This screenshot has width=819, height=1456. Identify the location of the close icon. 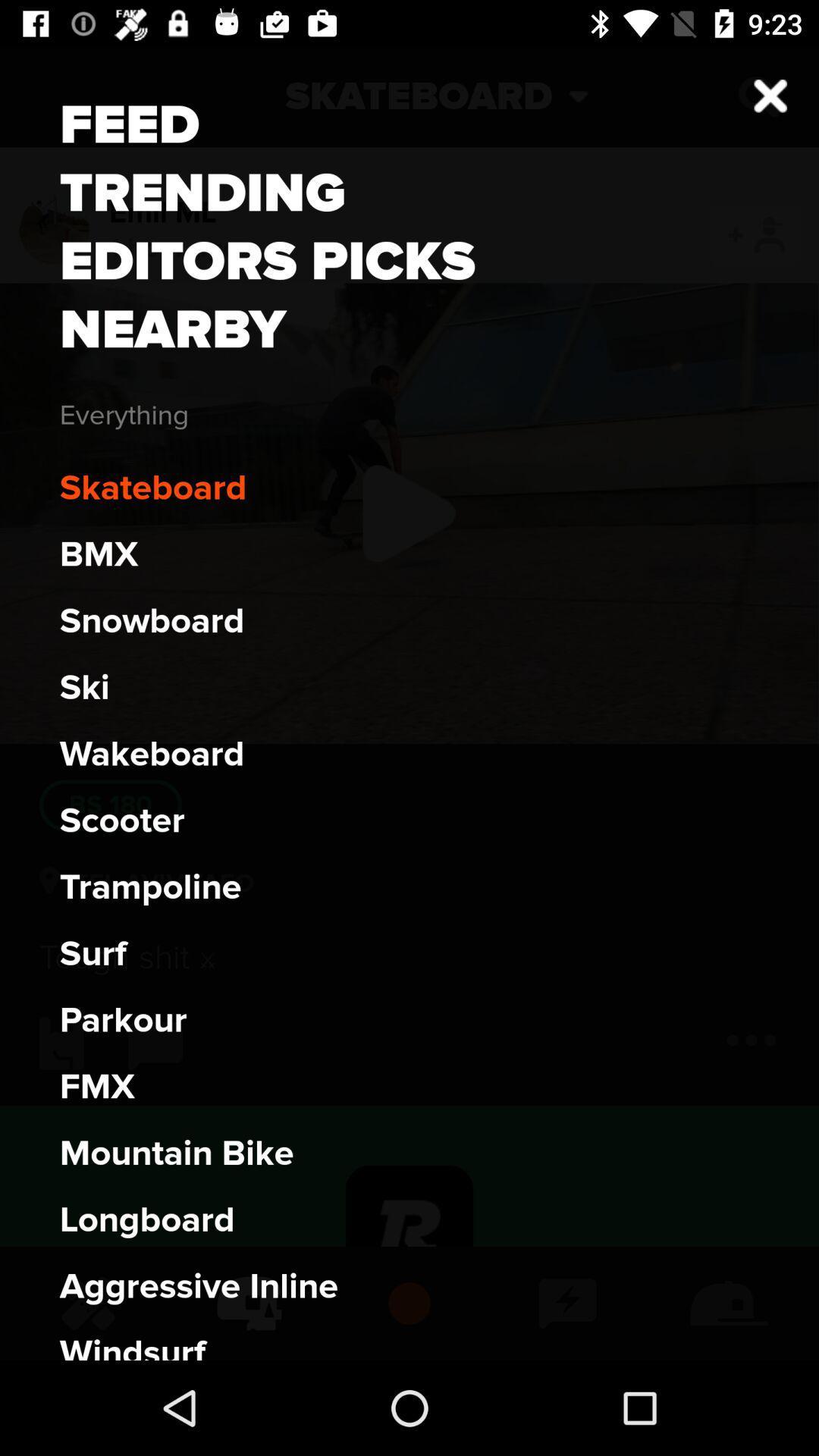
(770, 95).